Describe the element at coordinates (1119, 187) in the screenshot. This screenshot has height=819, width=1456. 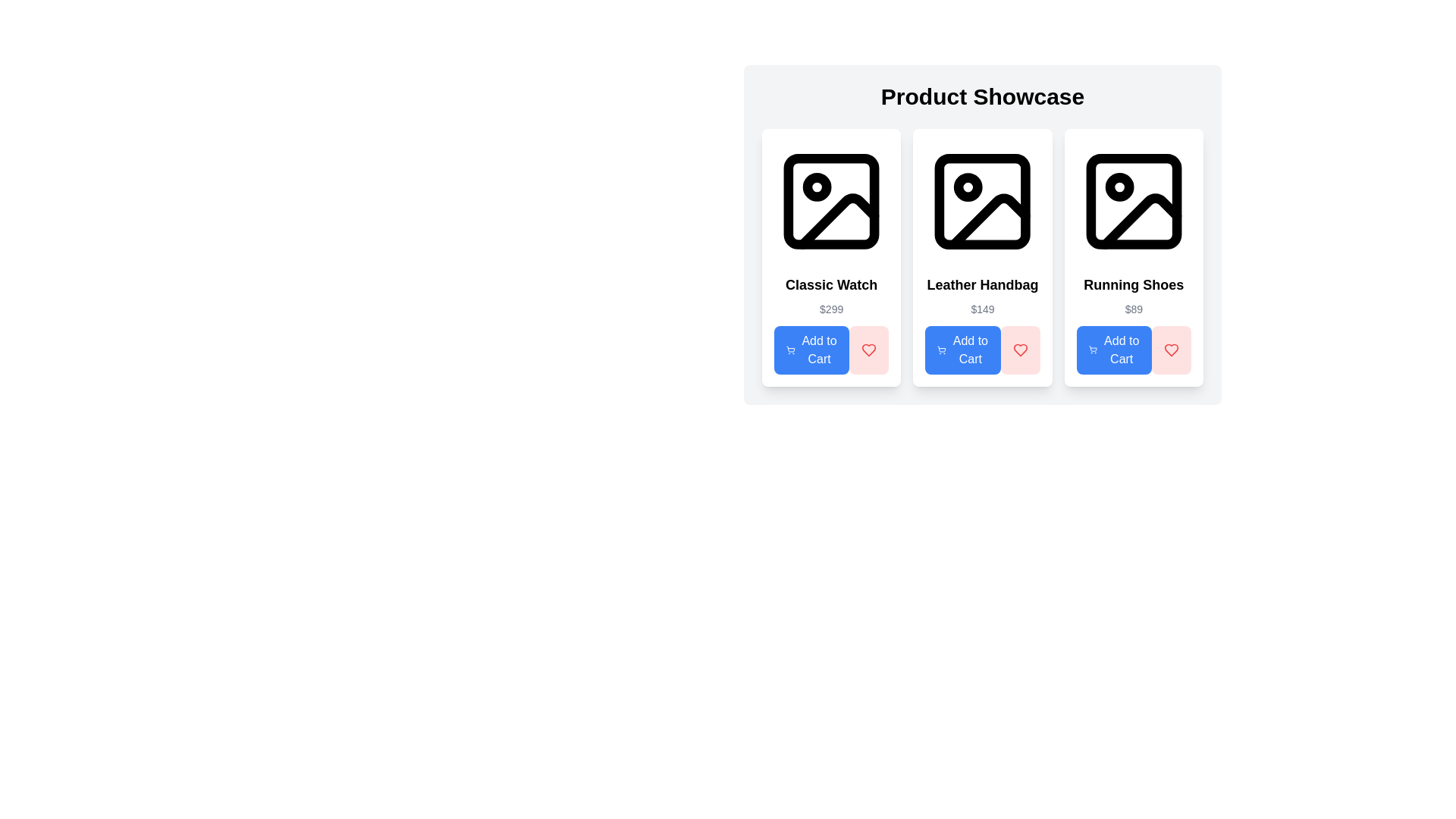
I see `the small black circular shape with a white center located at the upper left of the 'Running Shoes' product image icon` at that location.